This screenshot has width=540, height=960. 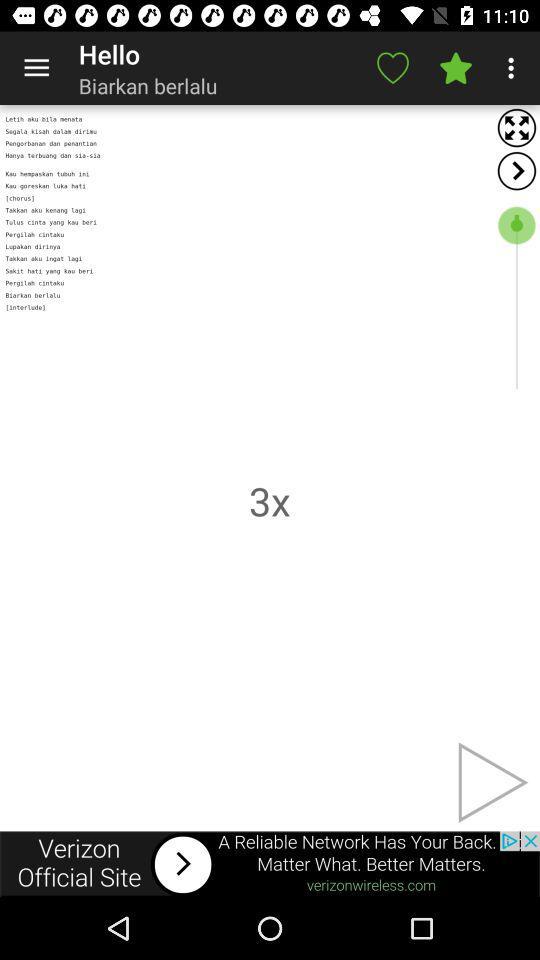 I want to click on the arrow_forward icon, so click(x=516, y=170).